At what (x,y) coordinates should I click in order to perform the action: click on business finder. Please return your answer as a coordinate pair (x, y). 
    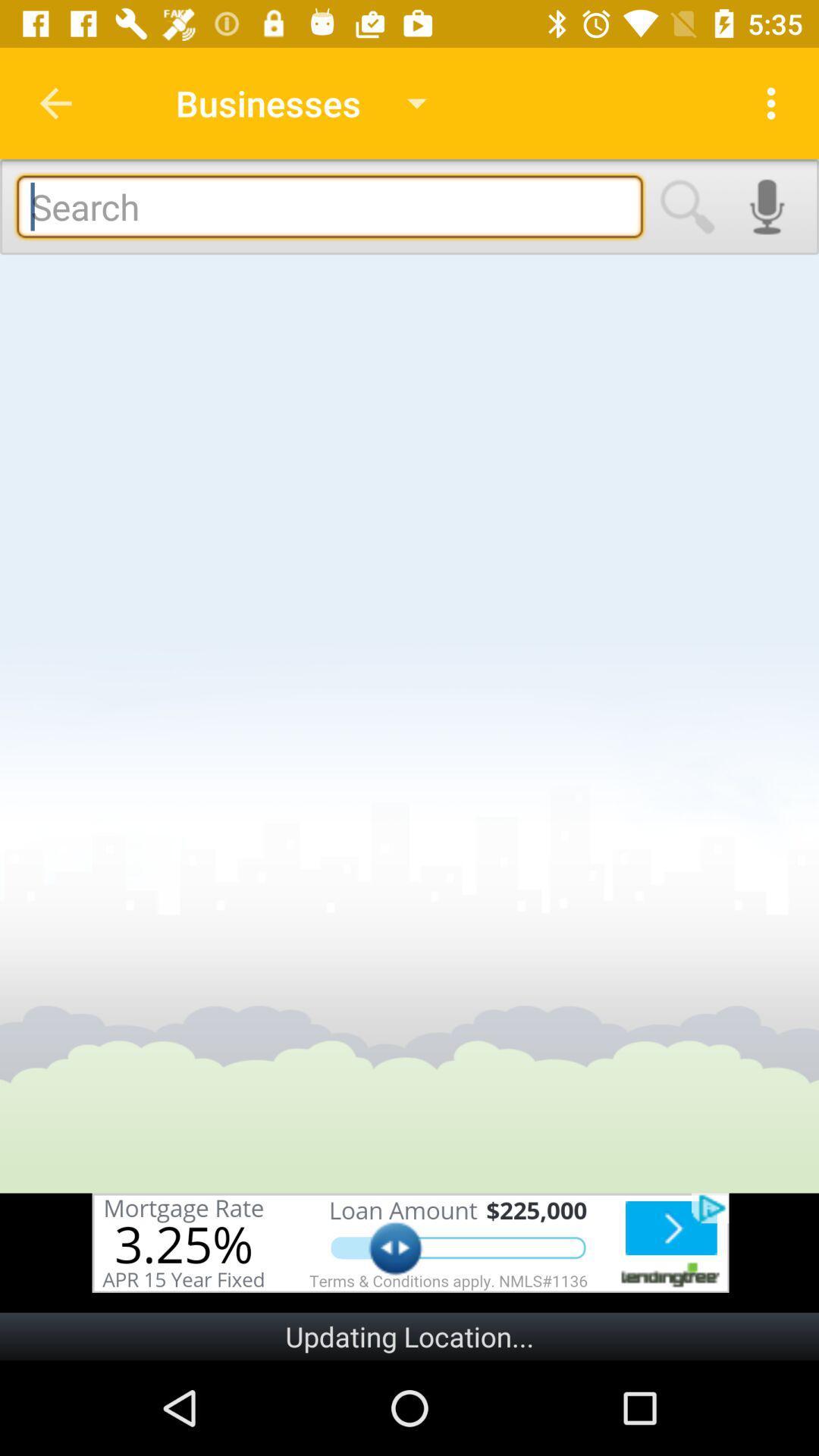
    Looking at the image, I should click on (329, 206).